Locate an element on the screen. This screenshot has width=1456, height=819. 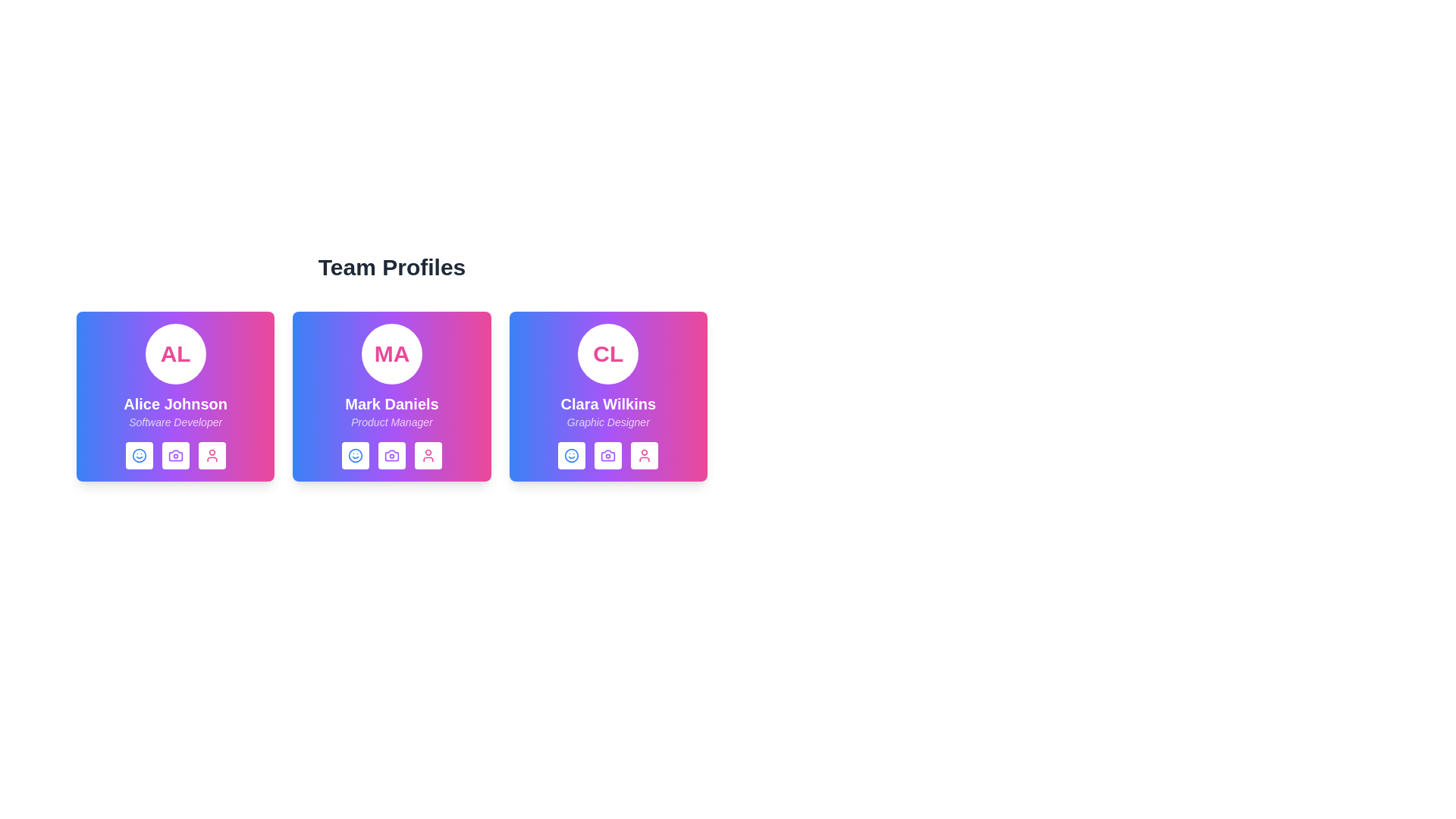
the text label displaying 'Software Developer' which is styled in a small italic font and positioned below 'Alice Johnson' in the gradient card is located at coordinates (175, 422).